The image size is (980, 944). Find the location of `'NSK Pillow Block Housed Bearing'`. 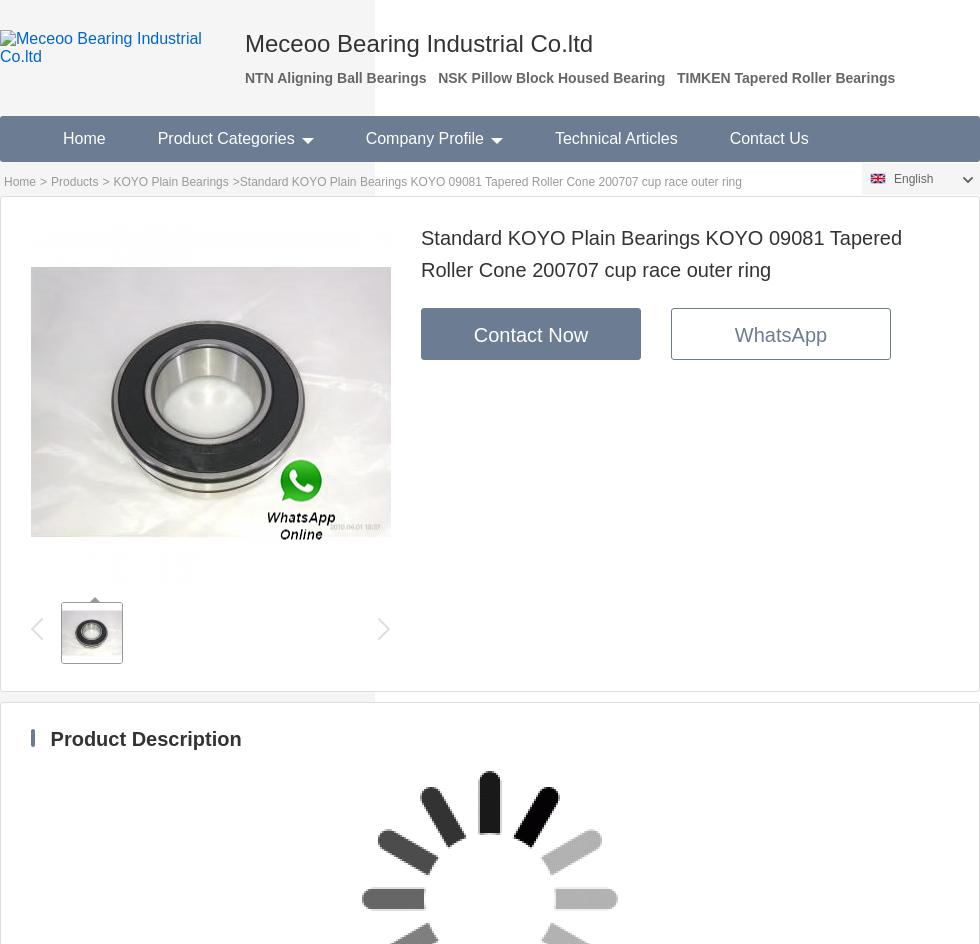

'NSK Pillow Block Housed Bearing' is located at coordinates (437, 76).